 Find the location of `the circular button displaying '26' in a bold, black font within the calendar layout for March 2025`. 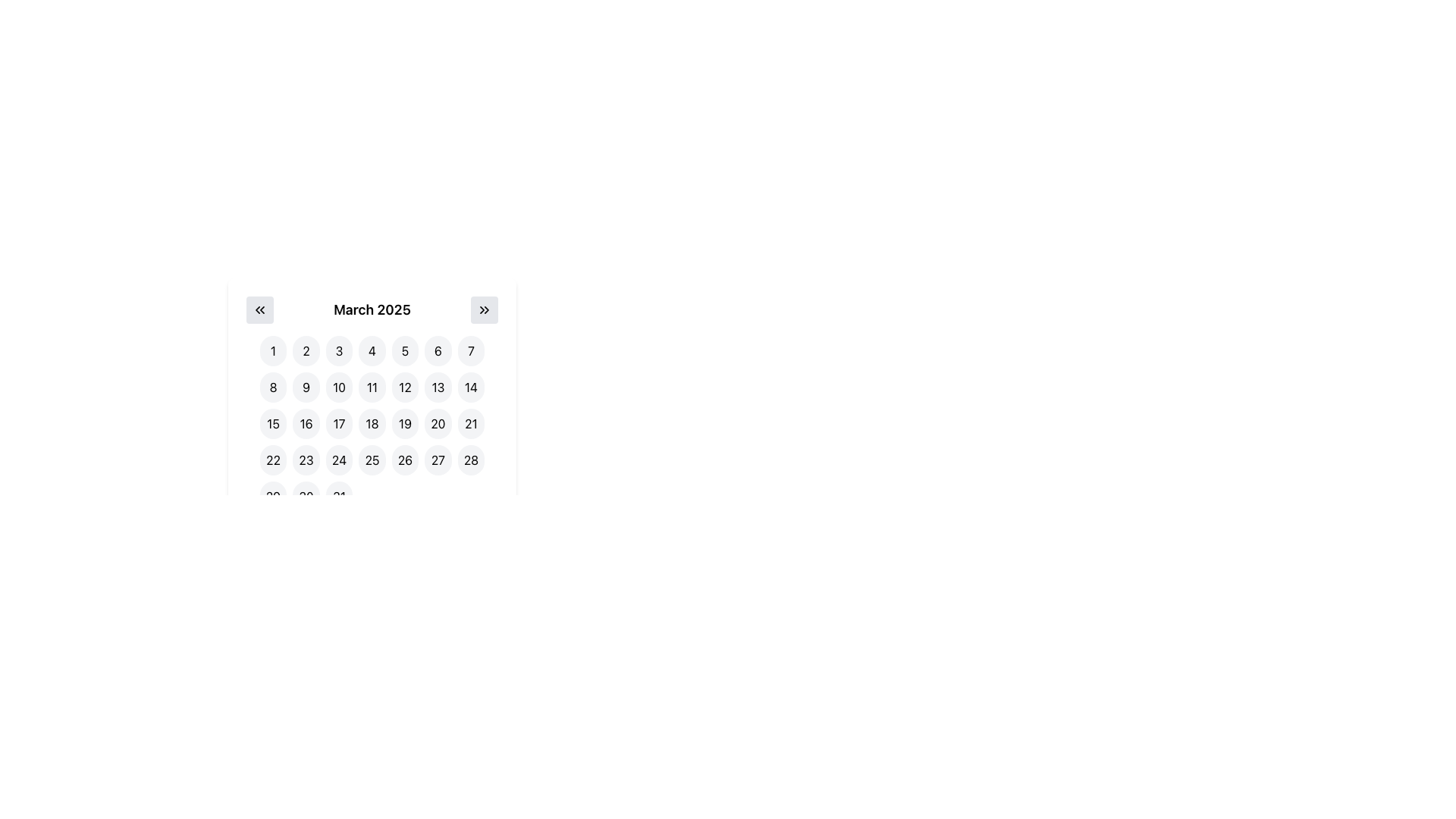

the circular button displaying '26' in a bold, black font within the calendar layout for March 2025 is located at coordinates (405, 459).